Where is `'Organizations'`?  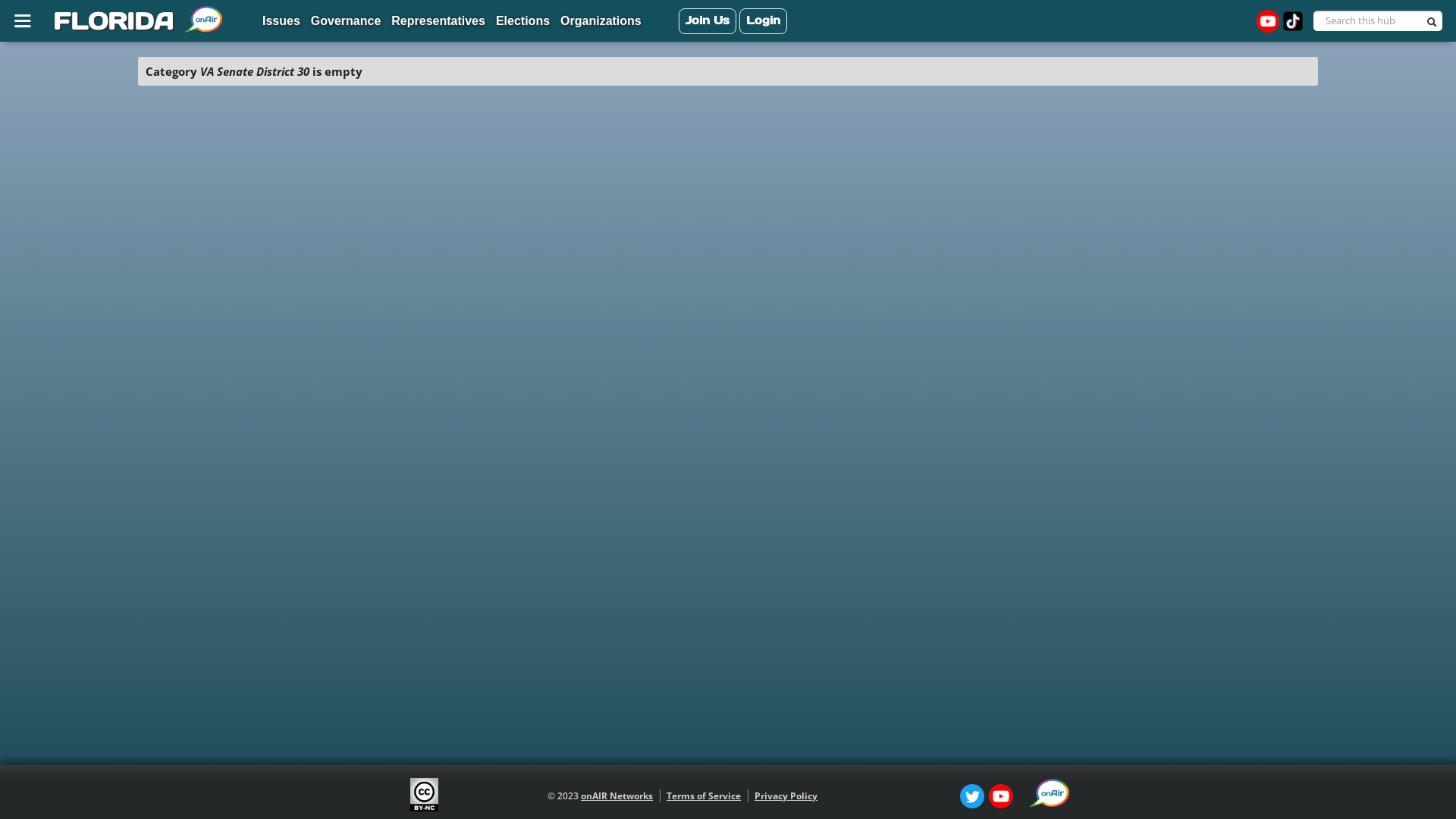
'Organizations' is located at coordinates (555, 22).